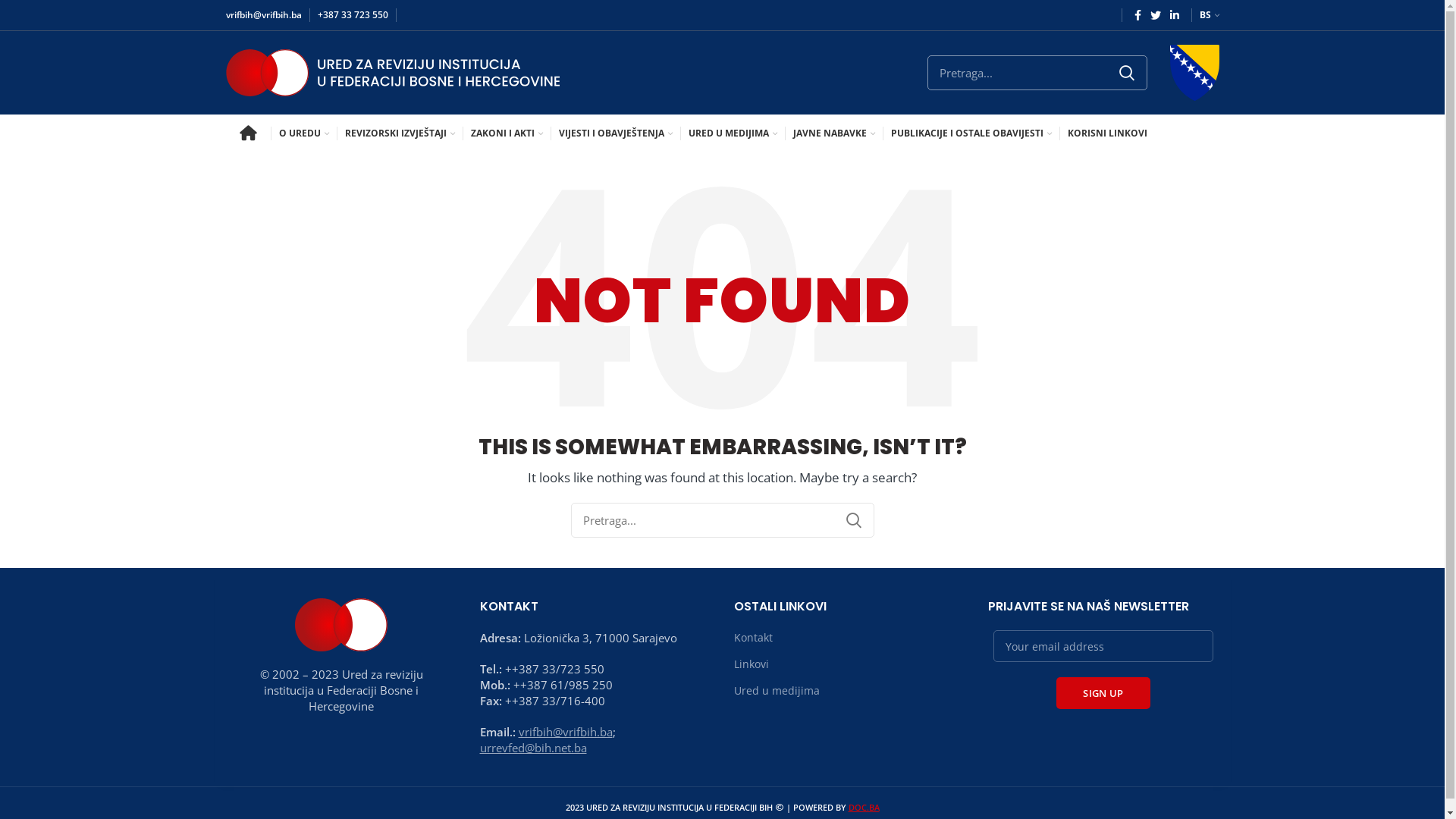 Image resolution: width=1456 pixels, height=819 pixels. What do you see at coordinates (777, 690) in the screenshot?
I see `'Ured u medijima'` at bounding box center [777, 690].